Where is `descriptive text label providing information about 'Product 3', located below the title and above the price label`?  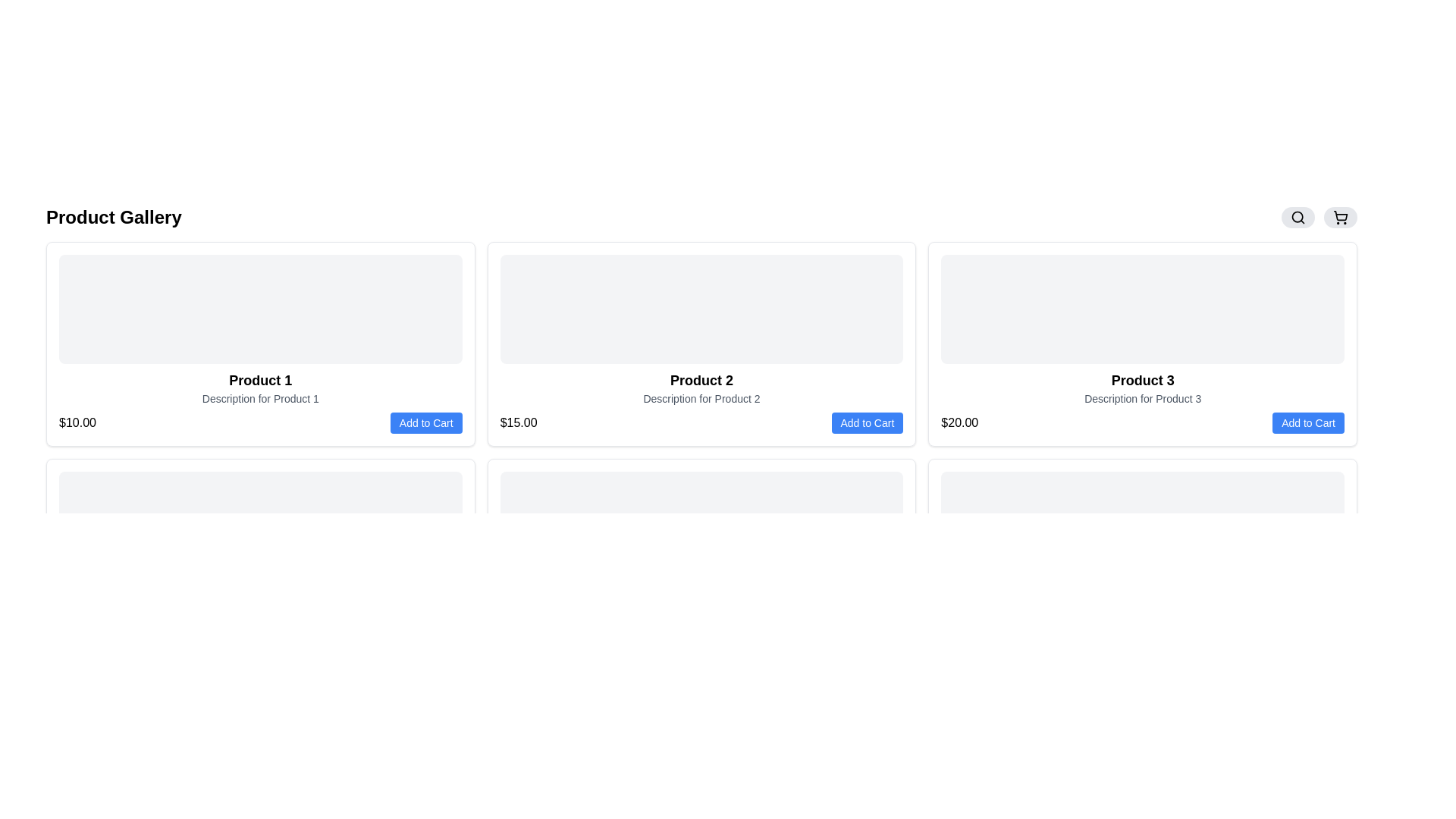
descriptive text label providing information about 'Product 3', located below the title and above the price label is located at coordinates (1143, 397).